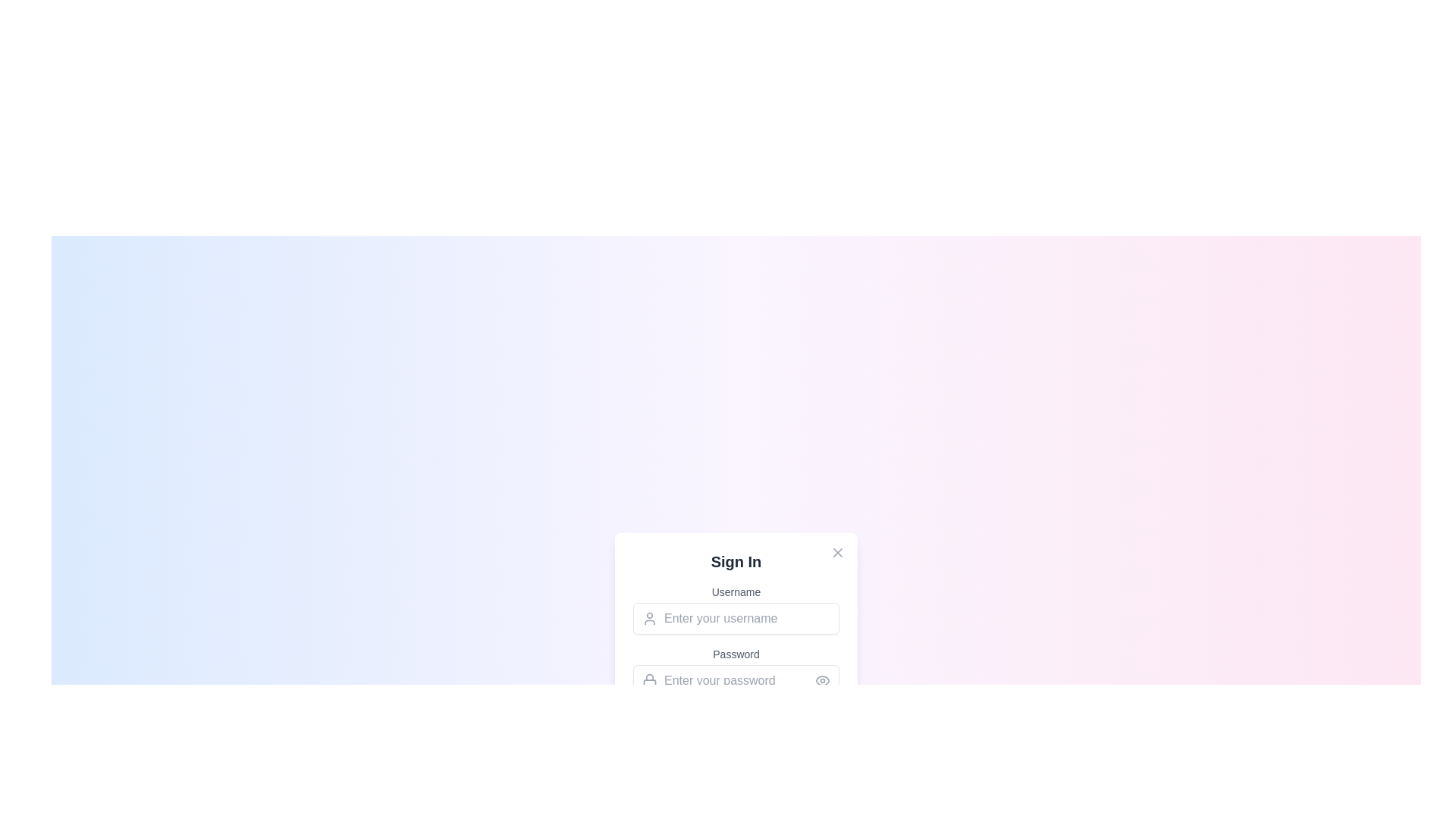 The width and height of the screenshot is (1456, 819). What do you see at coordinates (736, 680) in the screenshot?
I see `the password input field styled with placeholder text 'Enter your password', which is located beneath the 'Password' label in the form` at bounding box center [736, 680].